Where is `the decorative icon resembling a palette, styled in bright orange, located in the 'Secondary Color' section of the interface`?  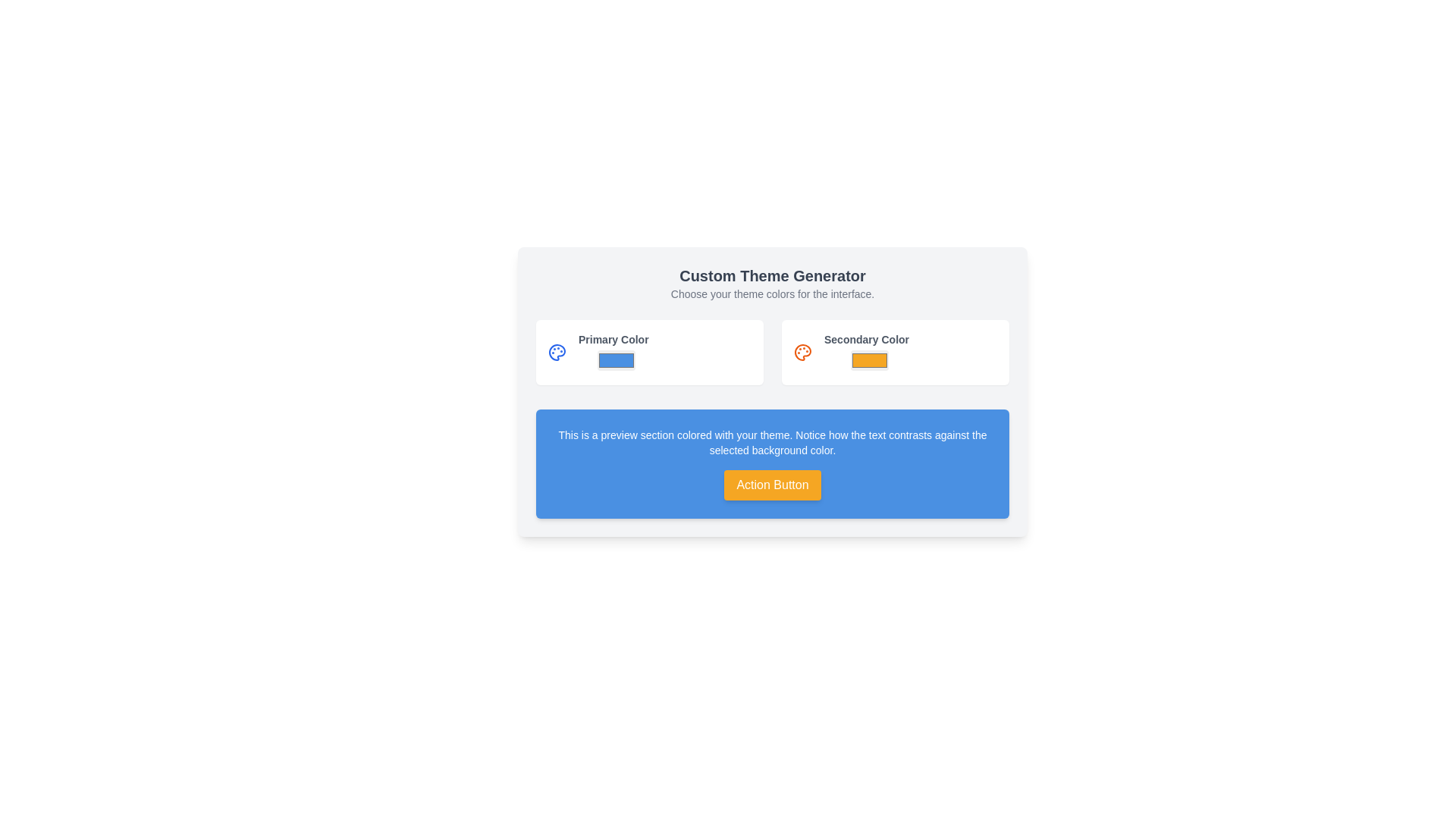
the decorative icon resembling a palette, styled in bright orange, located in the 'Secondary Color' section of the interface is located at coordinates (802, 353).